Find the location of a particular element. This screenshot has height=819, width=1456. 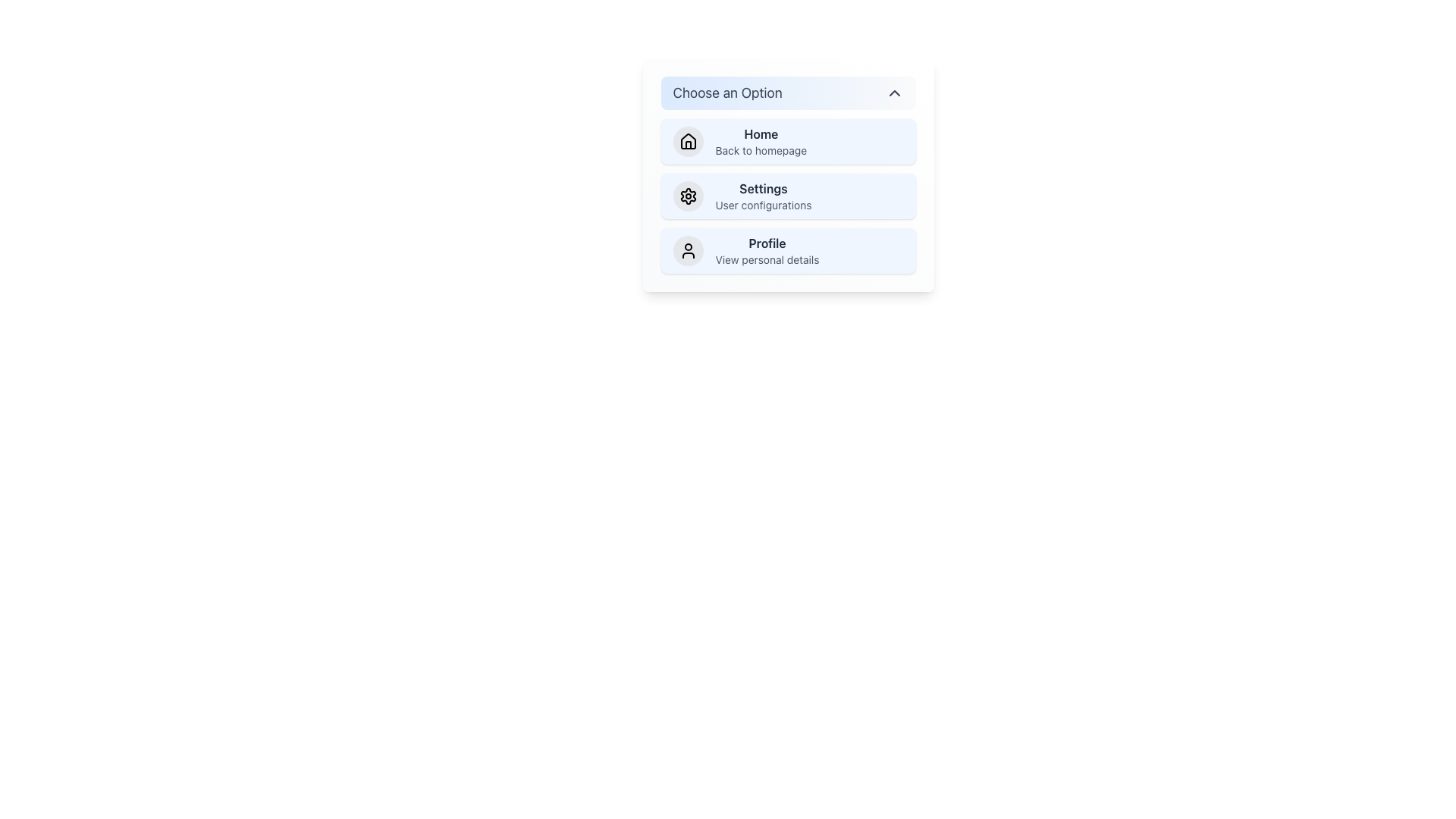

the first navigation button in the vertical list is located at coordinates (788, 141).